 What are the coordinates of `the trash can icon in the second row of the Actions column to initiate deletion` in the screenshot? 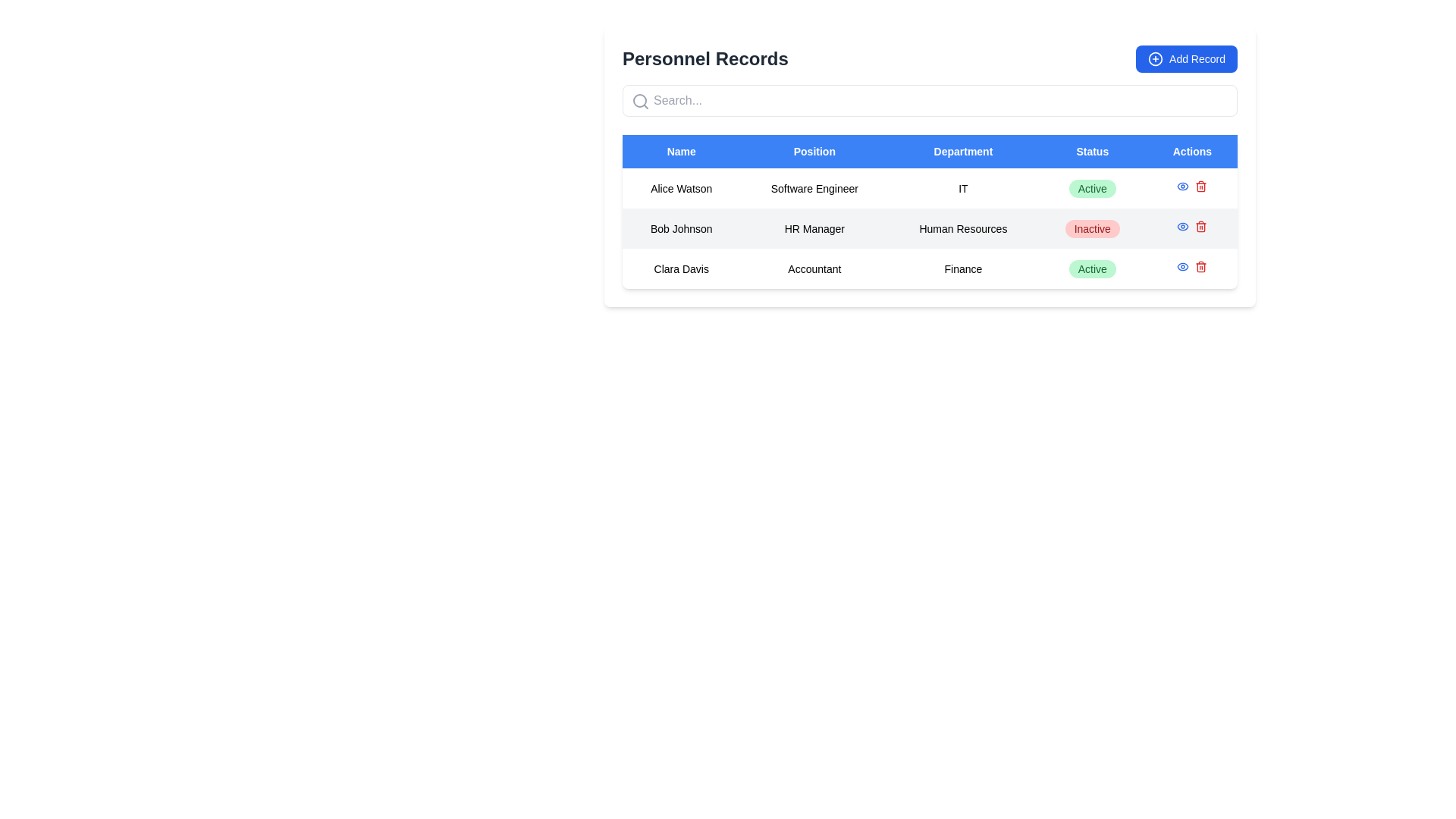 It's located at (1200, 187).